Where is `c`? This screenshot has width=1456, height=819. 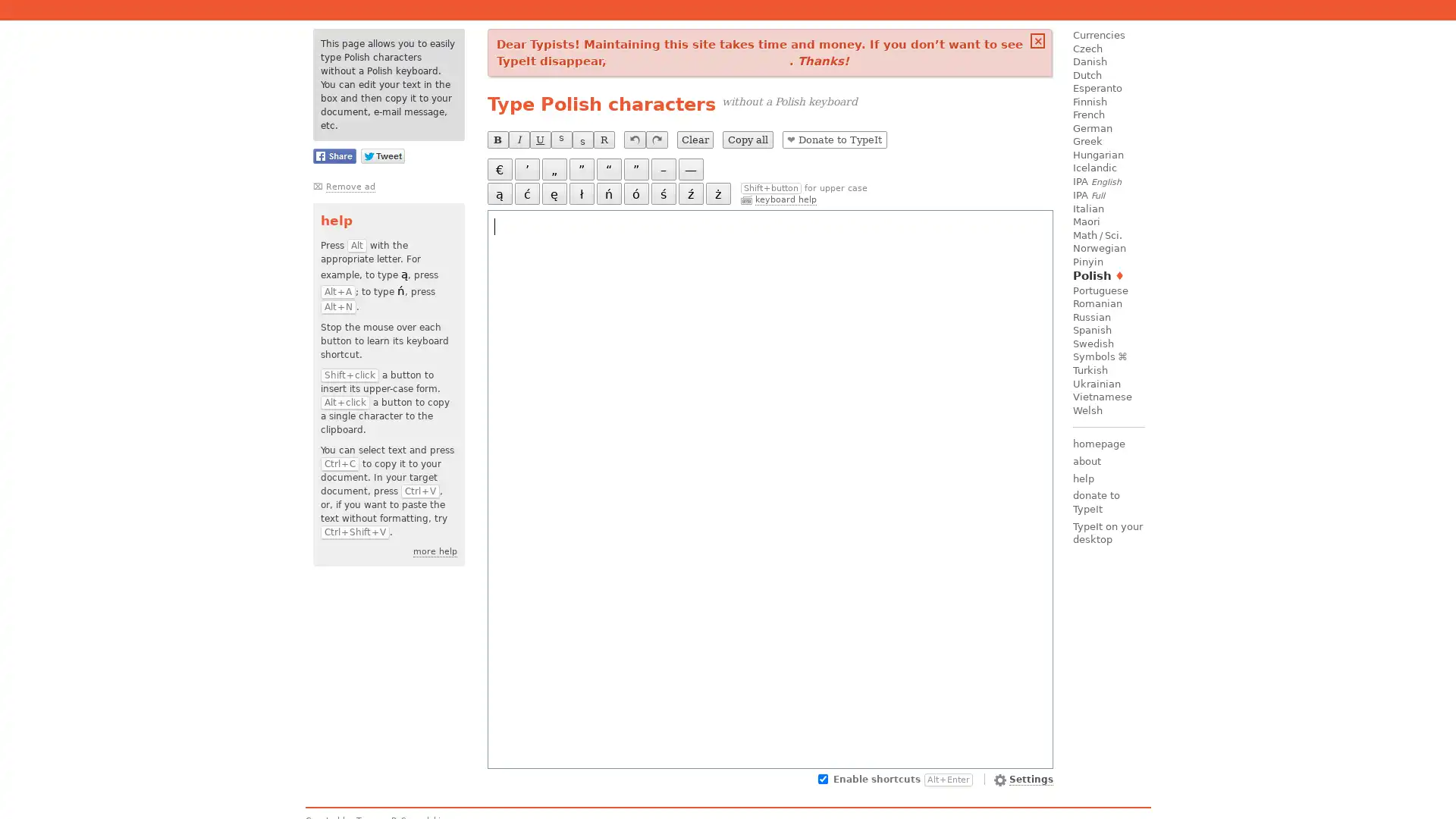 c is located at coordinates (526, 193).